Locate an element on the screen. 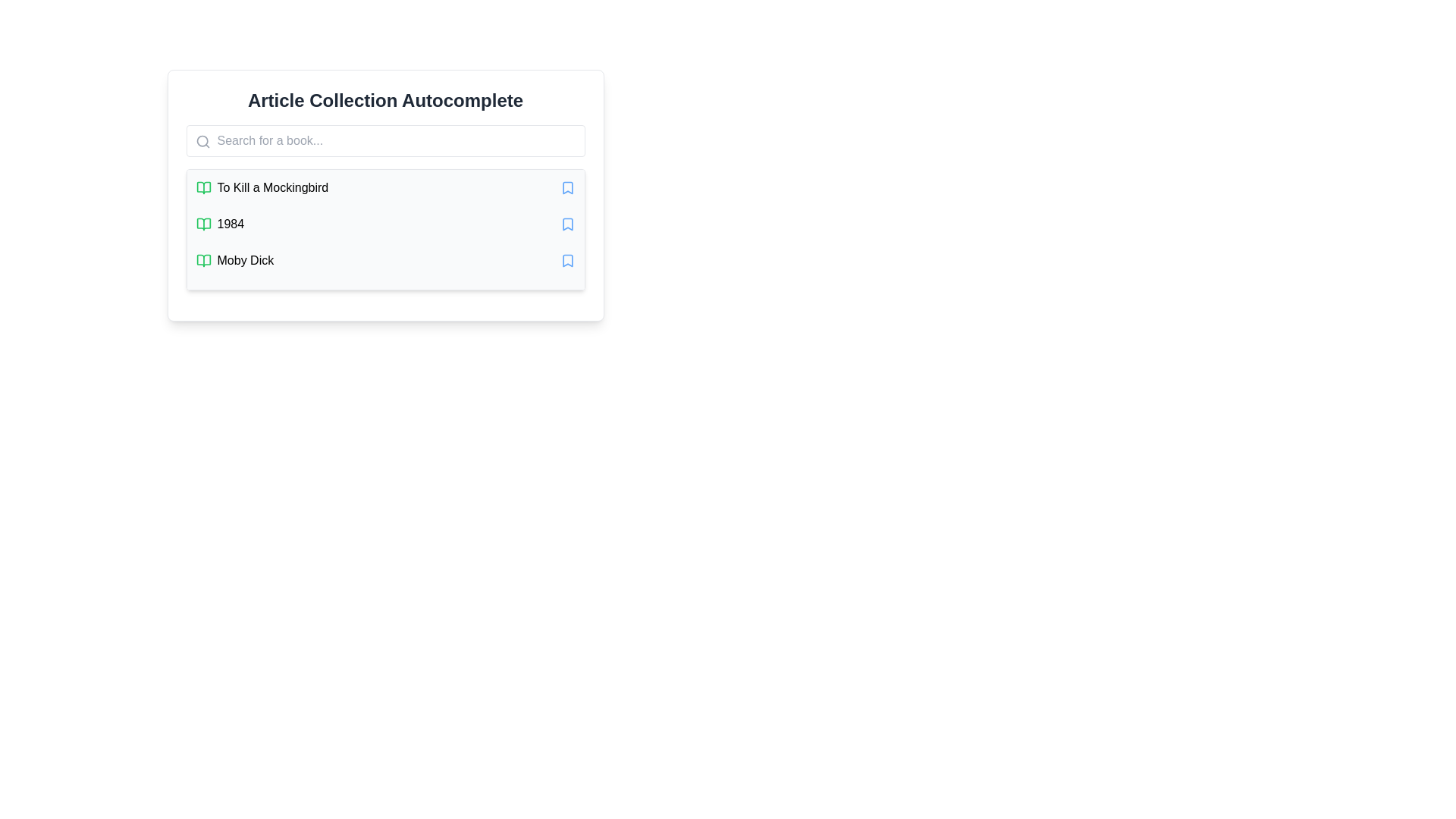  the leftmost icon representing the book 'Moby Dick' in the list of books is located at coordinates (202, 259).